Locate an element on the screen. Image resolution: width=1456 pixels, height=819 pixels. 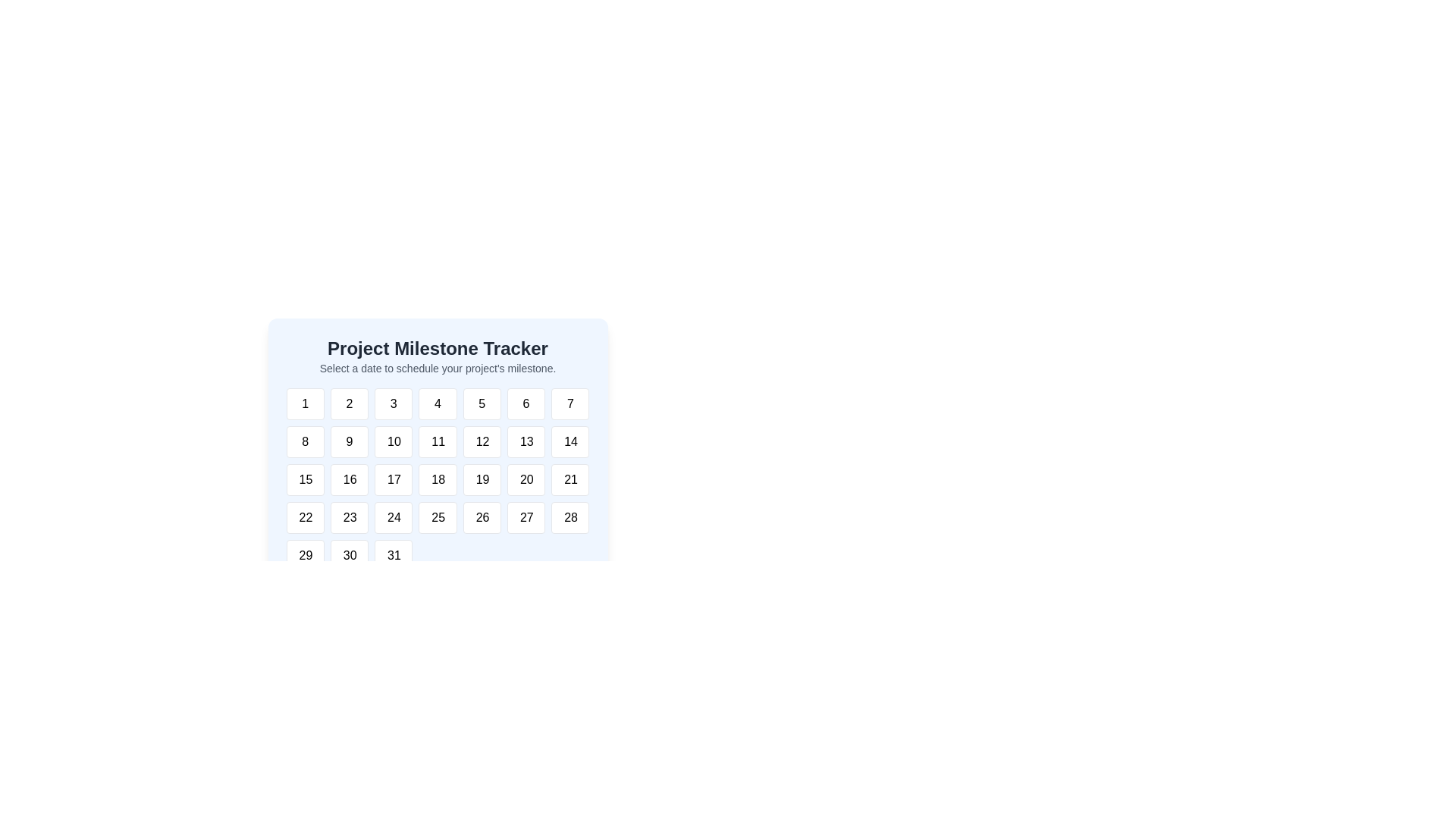
the button representing the number '6' in the grid layout of the 'Project Milestone Tracker' section is located at coordinates (526, 403).